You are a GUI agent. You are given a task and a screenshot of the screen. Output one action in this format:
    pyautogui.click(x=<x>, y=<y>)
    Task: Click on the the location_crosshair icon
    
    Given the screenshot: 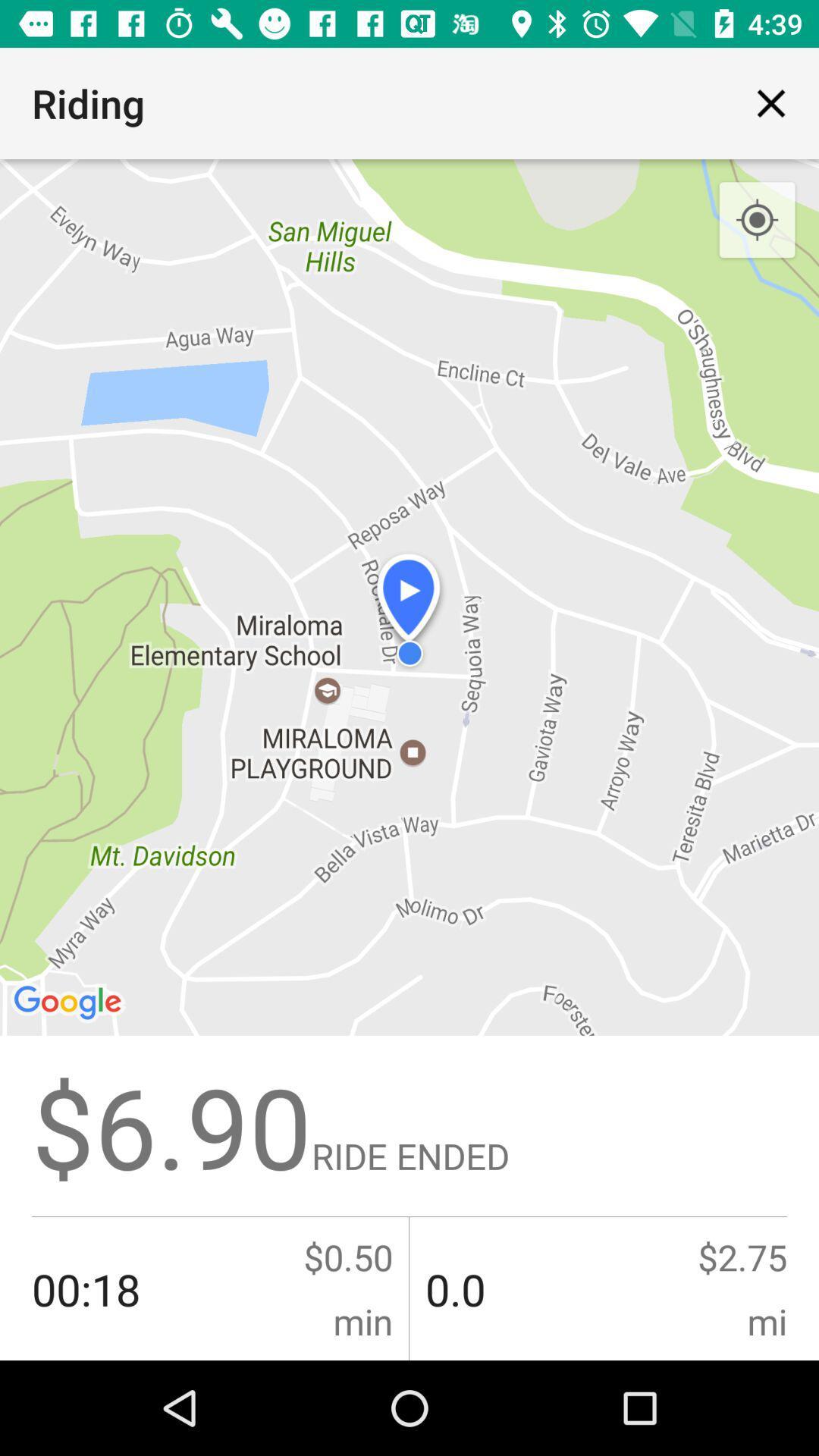 What is the action you would take?
    pyautogui.click(x=757, y=220)
    